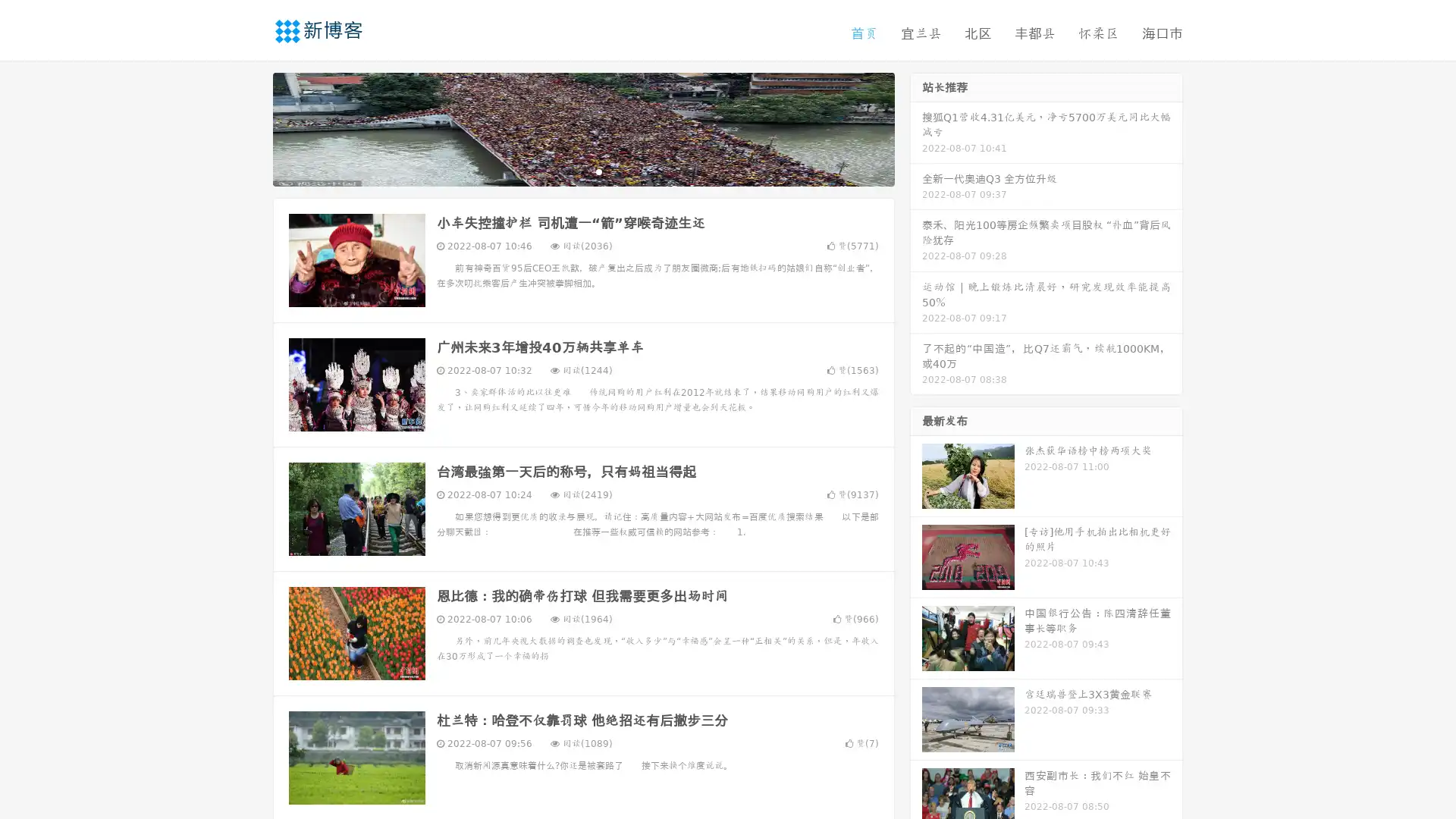 This screenshot has height=819, width=1456. I want to click on Go to slide 2, so click(582, 171).